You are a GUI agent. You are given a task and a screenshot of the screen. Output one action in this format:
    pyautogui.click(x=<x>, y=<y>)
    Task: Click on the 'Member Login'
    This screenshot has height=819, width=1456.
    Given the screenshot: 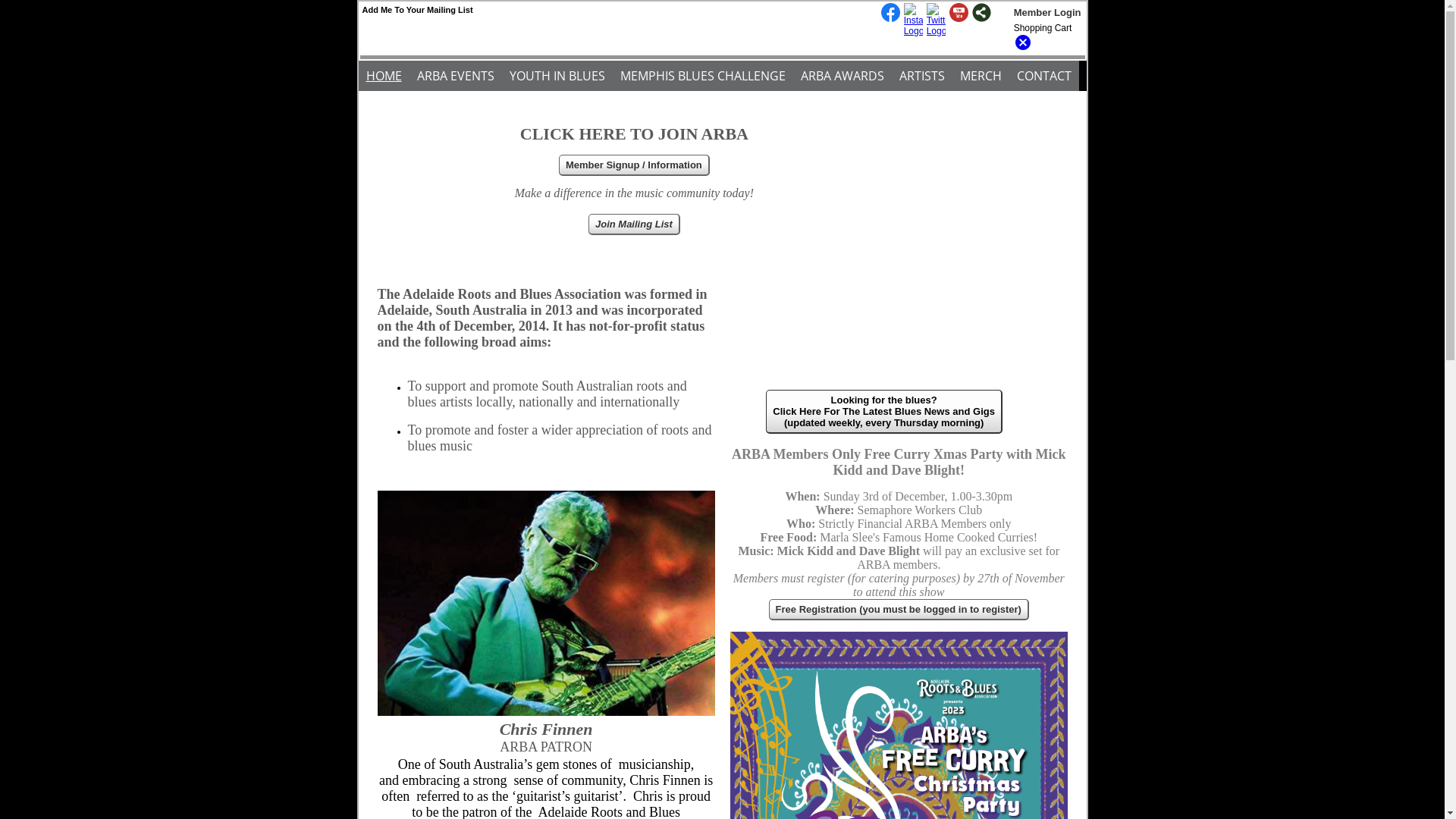 What is the action you would take?
    pyautogui.click(x=1046, y=12)
    